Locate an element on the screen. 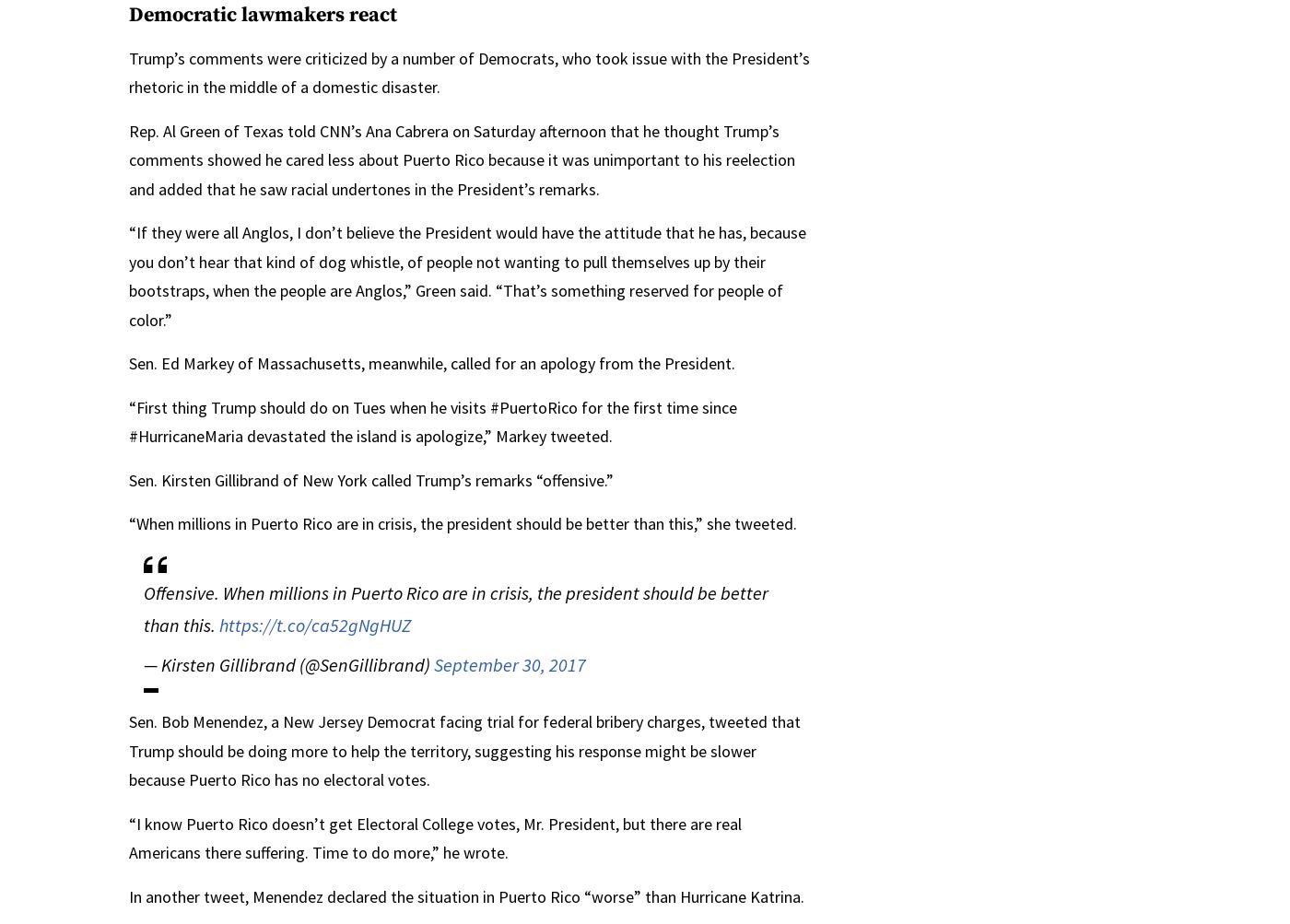 This screenshot has width=1290, height=924. 'Sen. Bob Menendez, a New Jersey Democrat facing trial for federal bribery charges, tweeted that Trump should be doing more to help the territory, suggesting his response might be slower because Puerto Rico has no electoral votes.' is located at coordinates (464, 751).